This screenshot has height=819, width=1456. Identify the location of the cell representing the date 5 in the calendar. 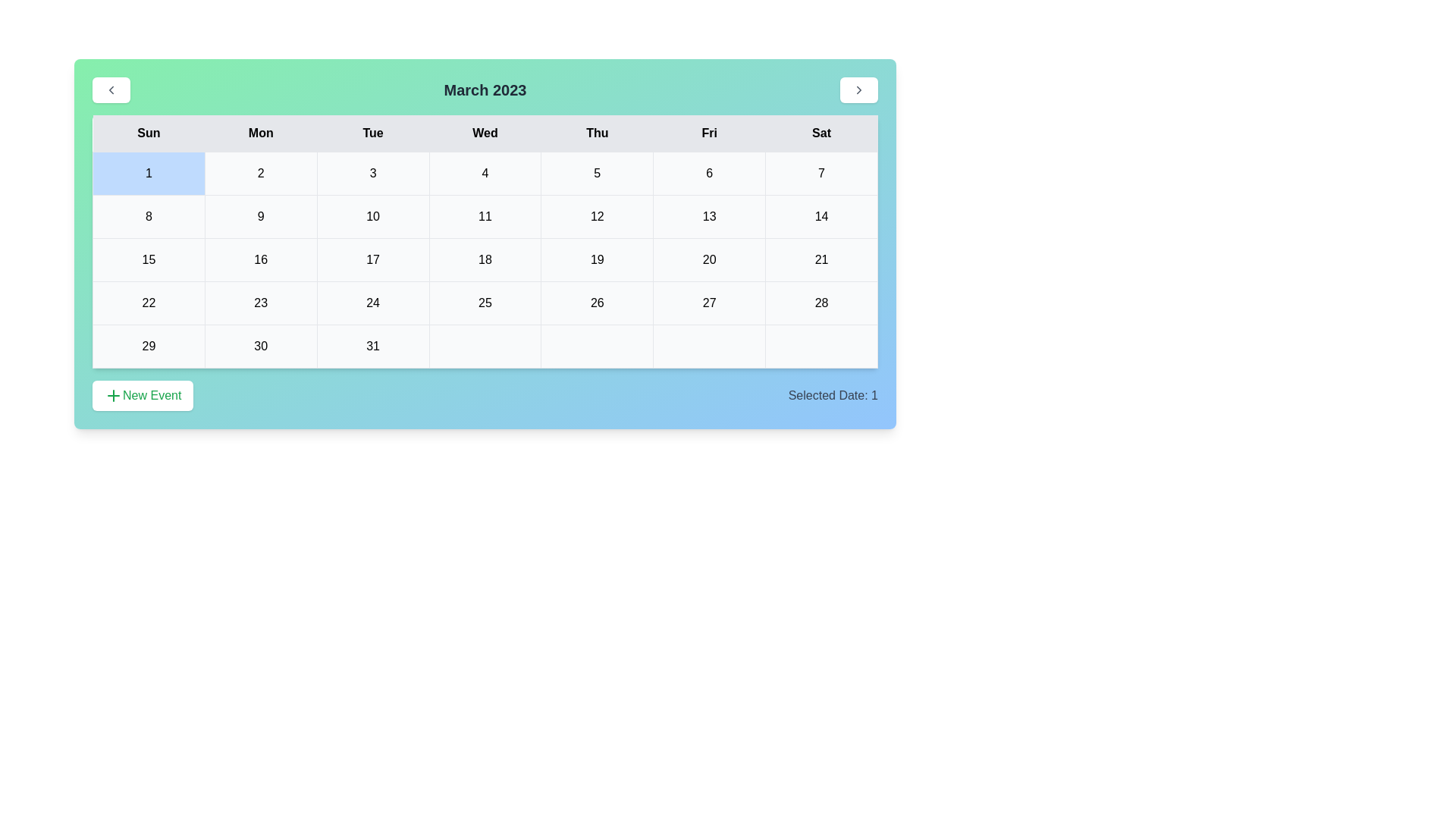
(596, 172).